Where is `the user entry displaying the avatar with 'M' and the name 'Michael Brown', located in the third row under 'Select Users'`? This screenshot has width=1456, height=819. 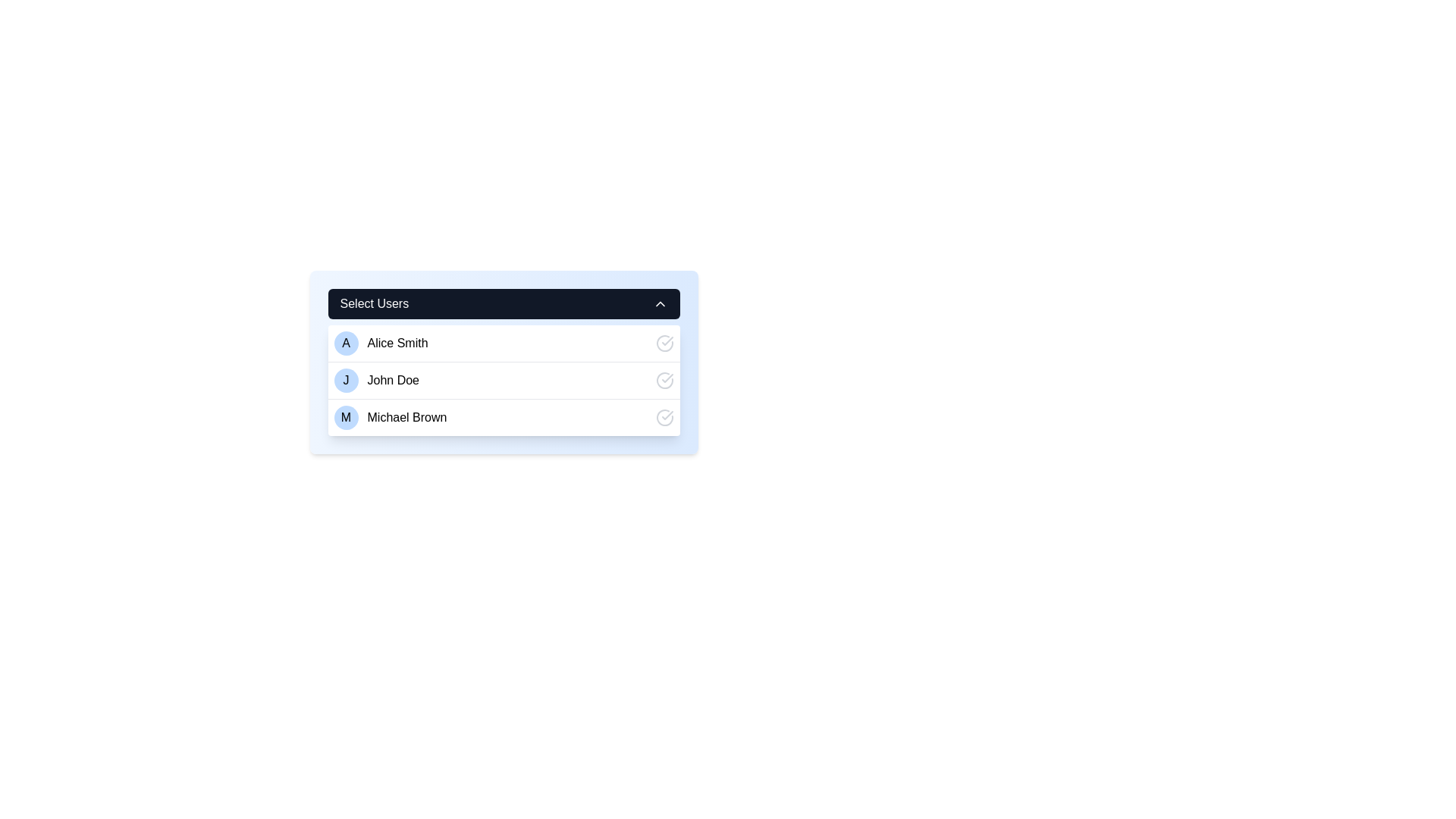
the user entry displaying the avatar with 'M' and the name 'Michael Brown', located in the third row under 'Select Users' is located at coordinates (390, 418).